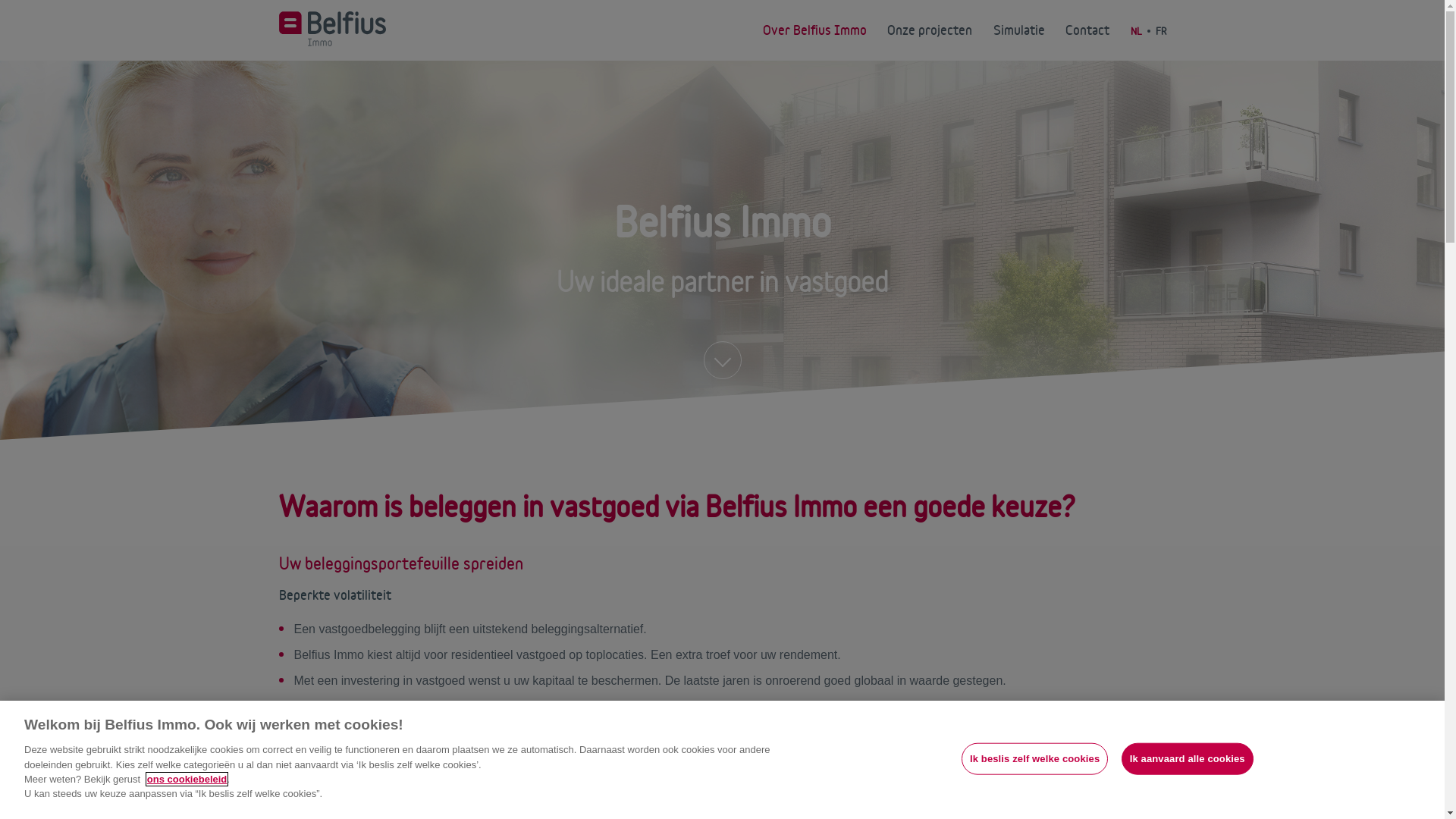 The image size is (1456, 819). I want to click on 'FR', so click(1160, 31).